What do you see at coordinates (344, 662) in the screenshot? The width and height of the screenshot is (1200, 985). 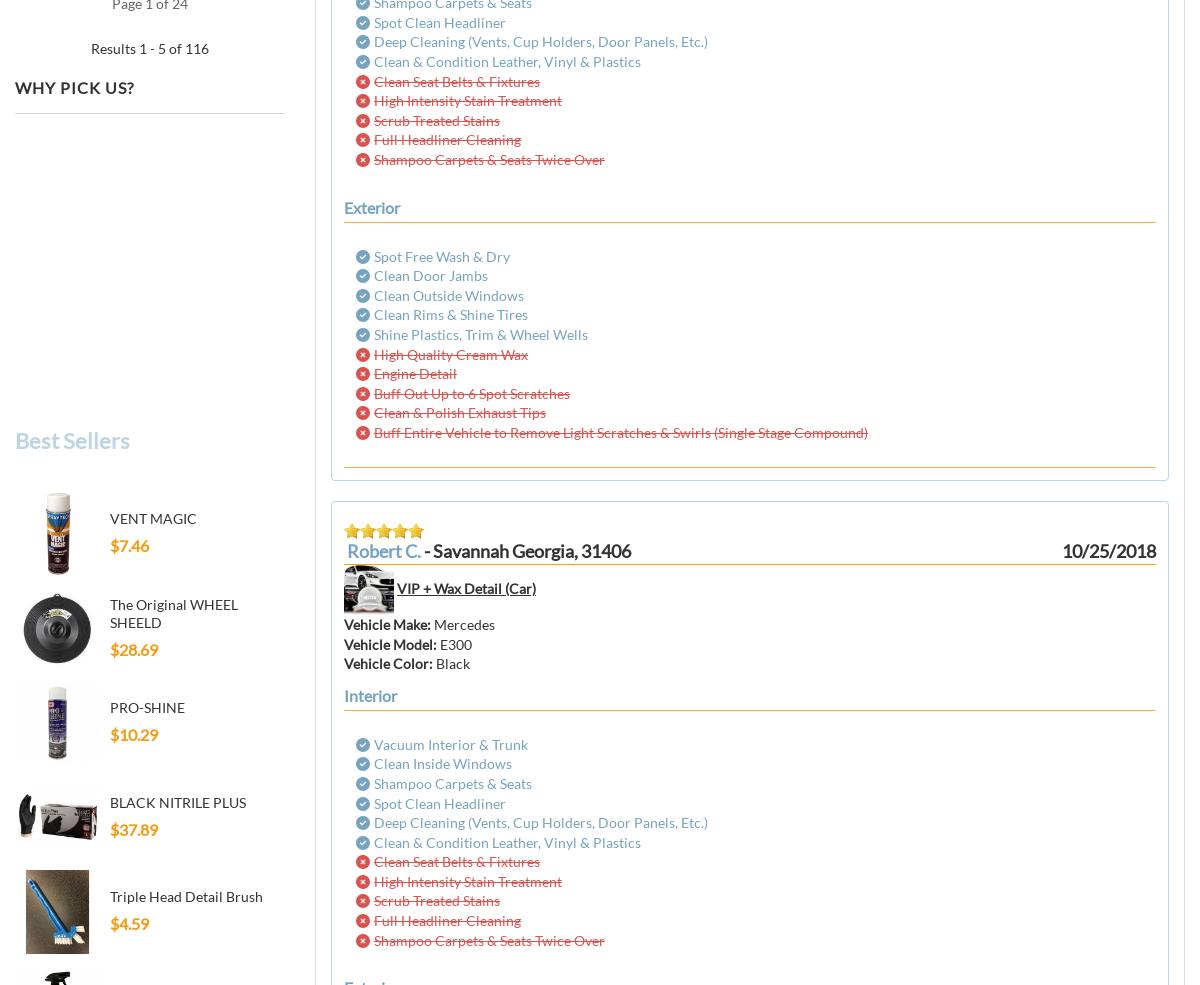 I see `'Vehicle Color'` at bounding box center [344, 662].